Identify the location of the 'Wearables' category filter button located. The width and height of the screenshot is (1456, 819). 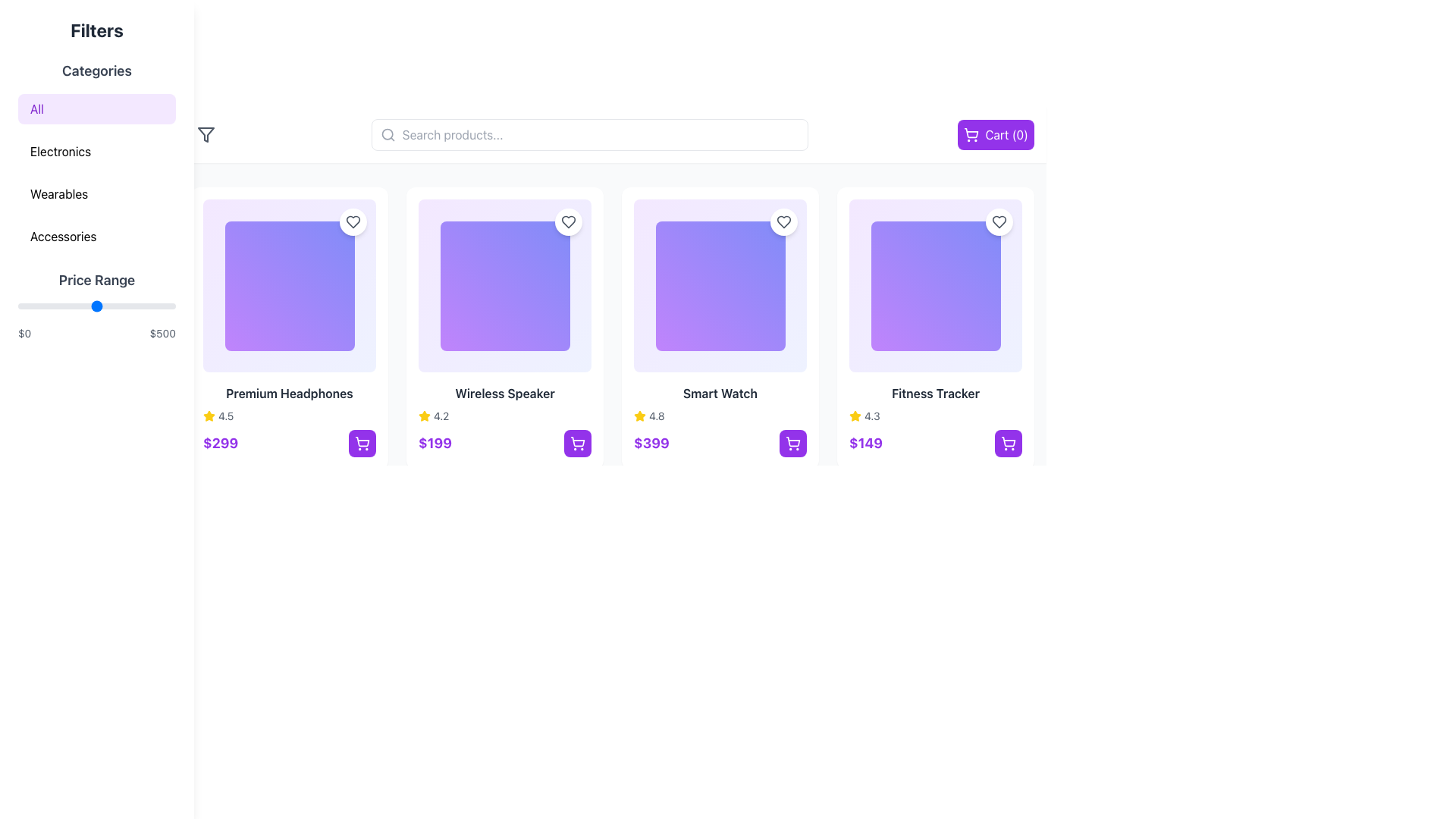
(96, 193).